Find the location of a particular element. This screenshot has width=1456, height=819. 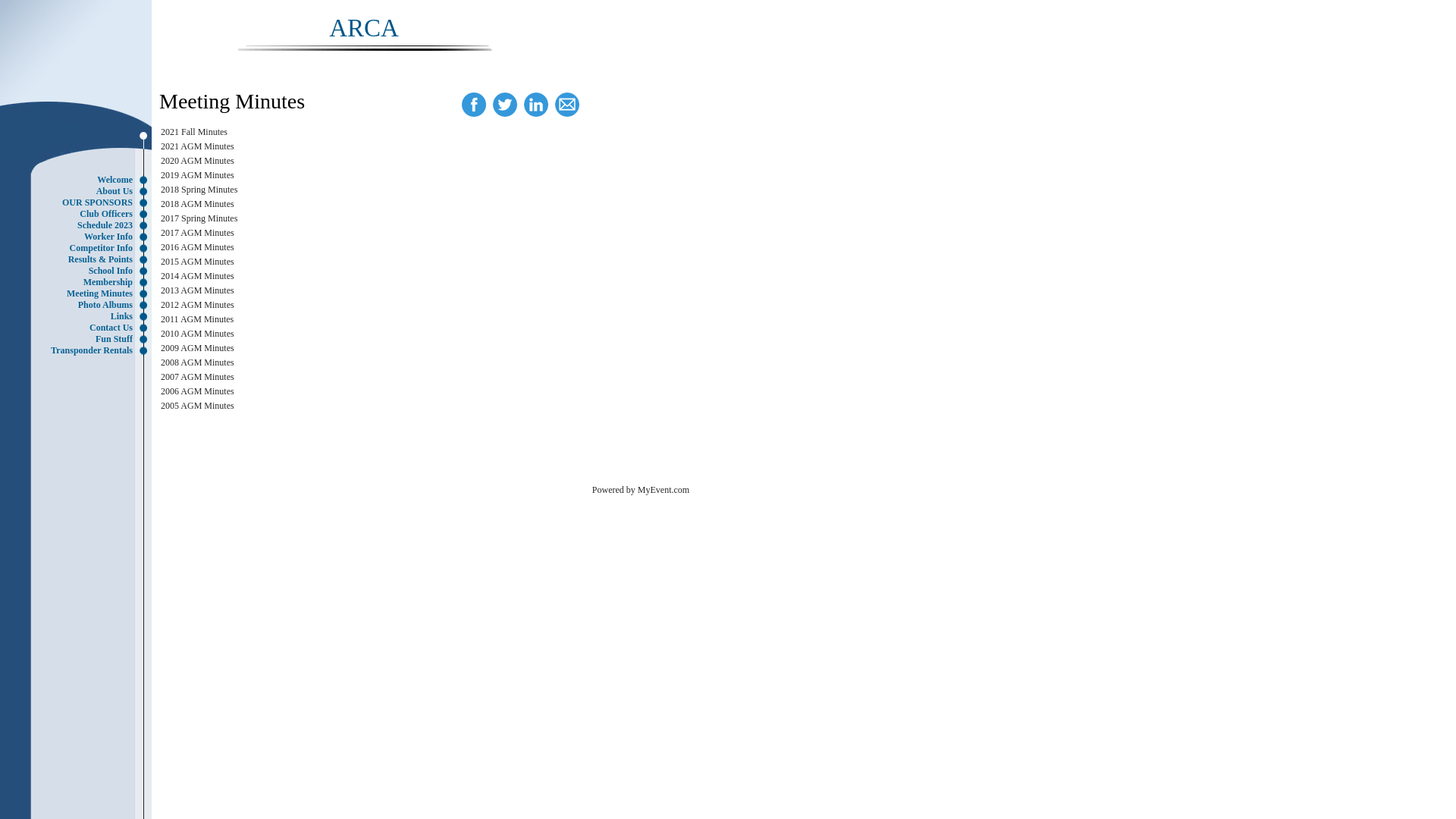

'2012 AGM Minutes' is located at coordinates (196, 304).